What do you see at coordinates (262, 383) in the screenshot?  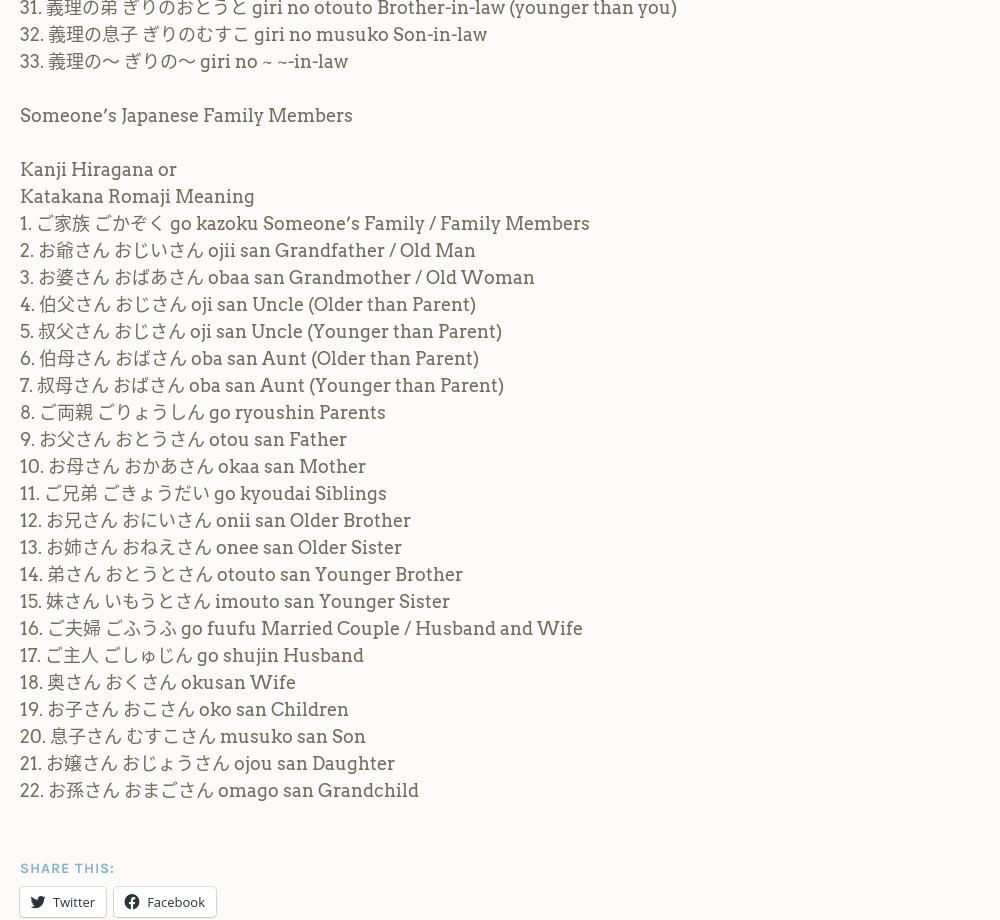 I see `'7.	叔母さん	おばさん	oba san	Aunt (Younger than Parent)'` at bounding box center [262, 383].